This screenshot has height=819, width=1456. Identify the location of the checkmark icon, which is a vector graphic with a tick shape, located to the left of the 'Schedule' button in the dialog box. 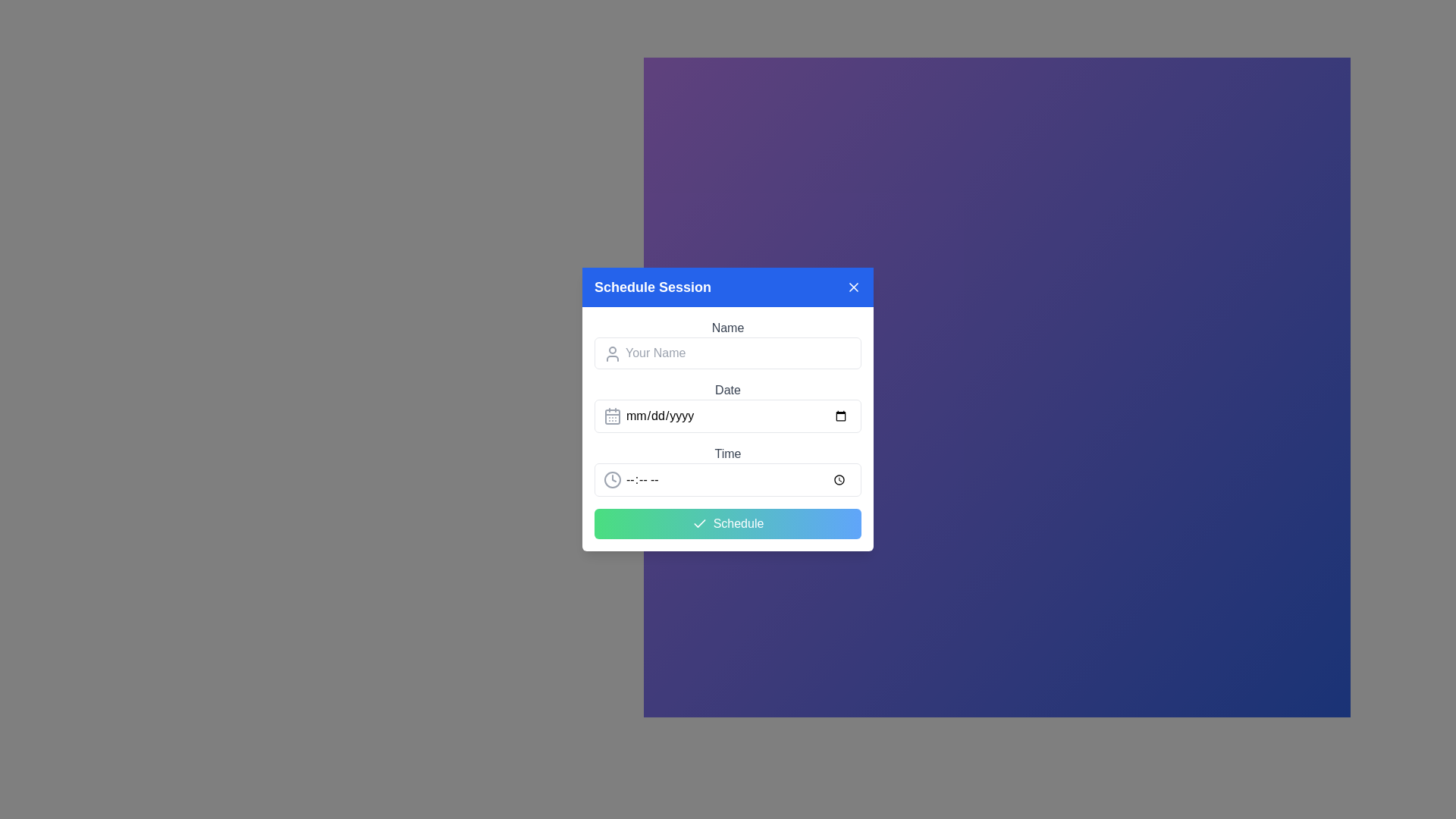
(698, 522).